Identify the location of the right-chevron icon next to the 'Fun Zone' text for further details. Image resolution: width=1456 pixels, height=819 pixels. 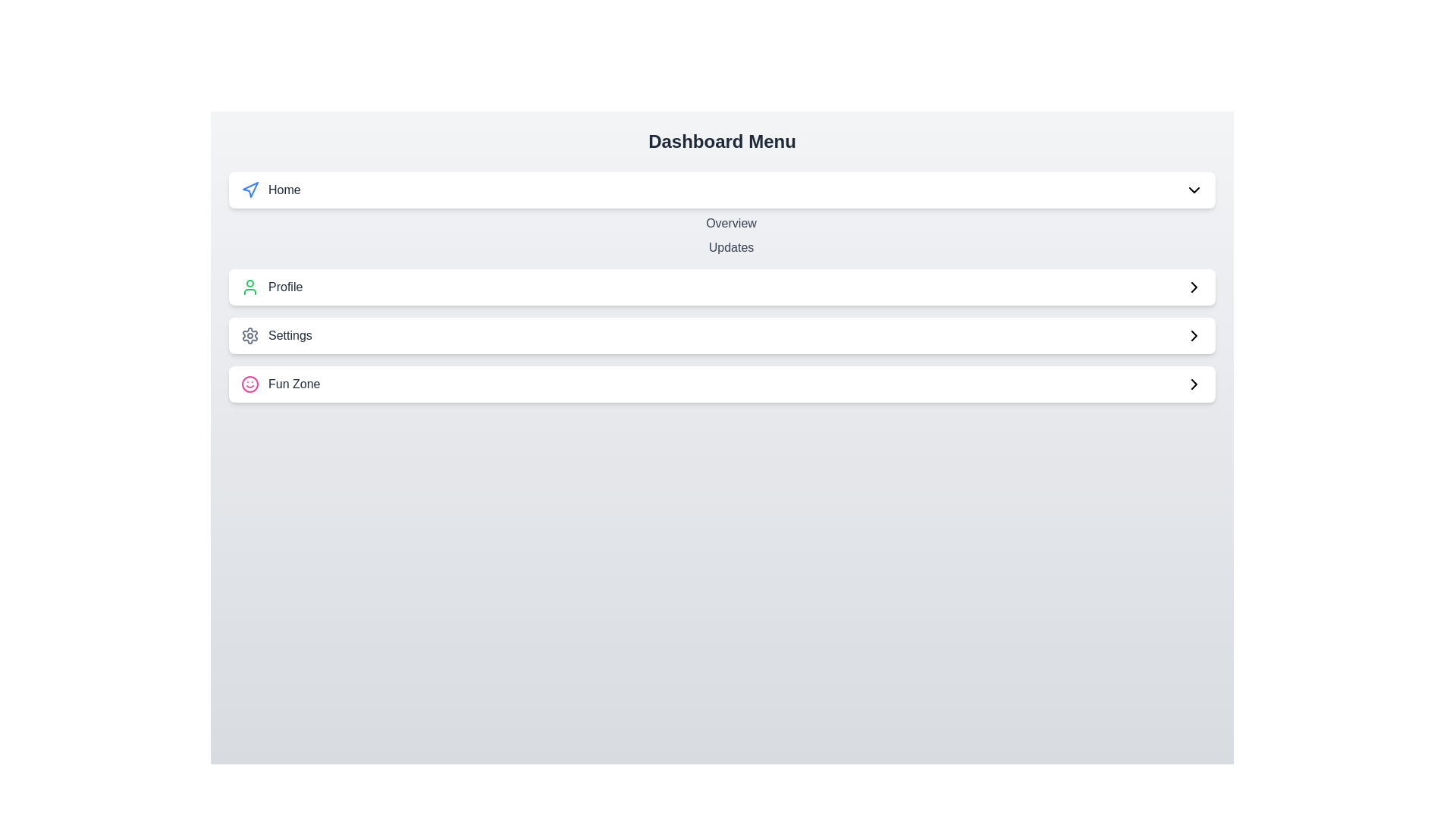
(1193, 383).